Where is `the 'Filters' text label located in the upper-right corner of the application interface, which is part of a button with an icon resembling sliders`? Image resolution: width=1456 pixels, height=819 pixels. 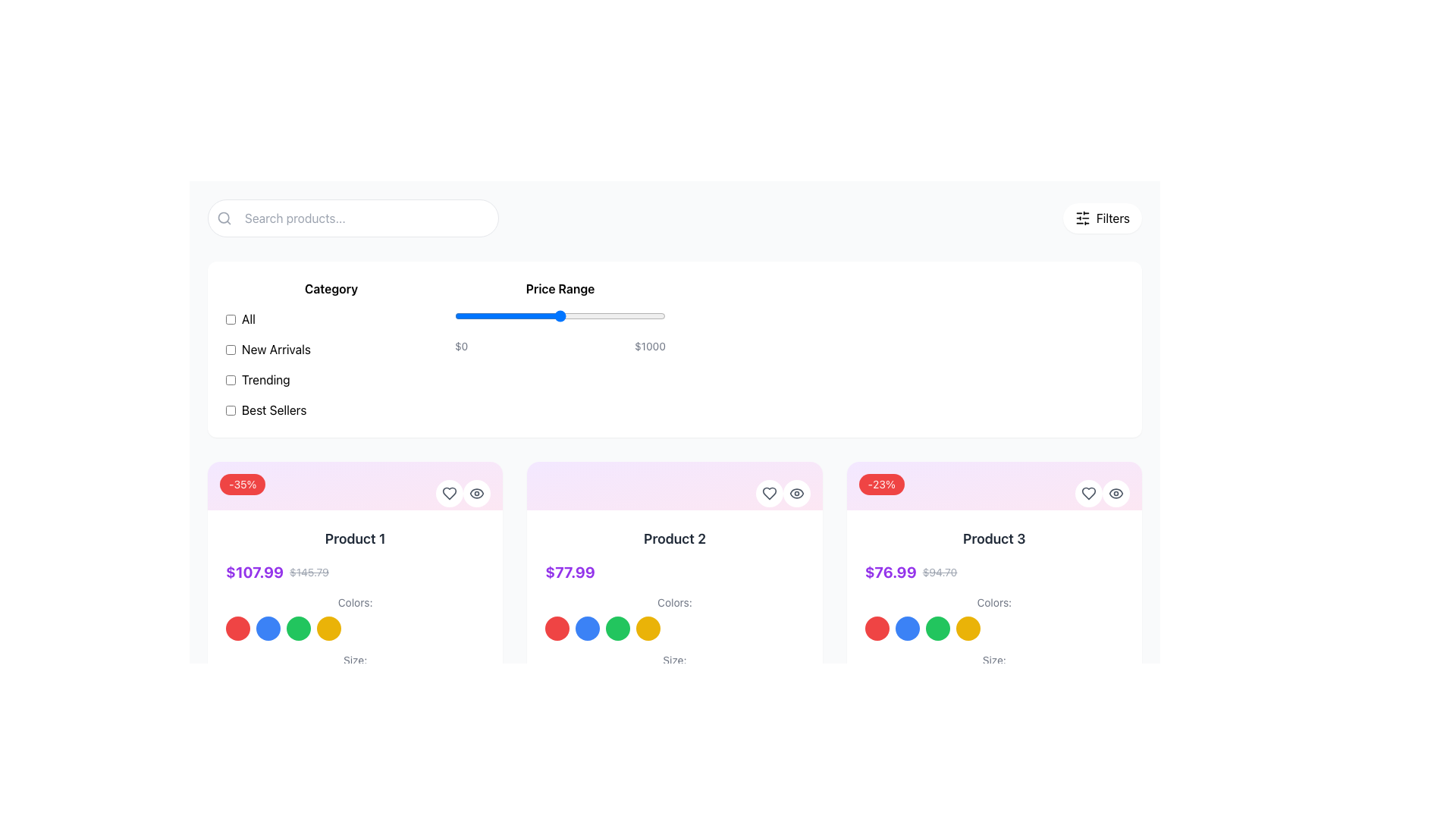 the 'Filters' text label located in the upper-right corner of the application interface, which is part of a button with an icon resembling sliders is located at coordinates (1113, 218).